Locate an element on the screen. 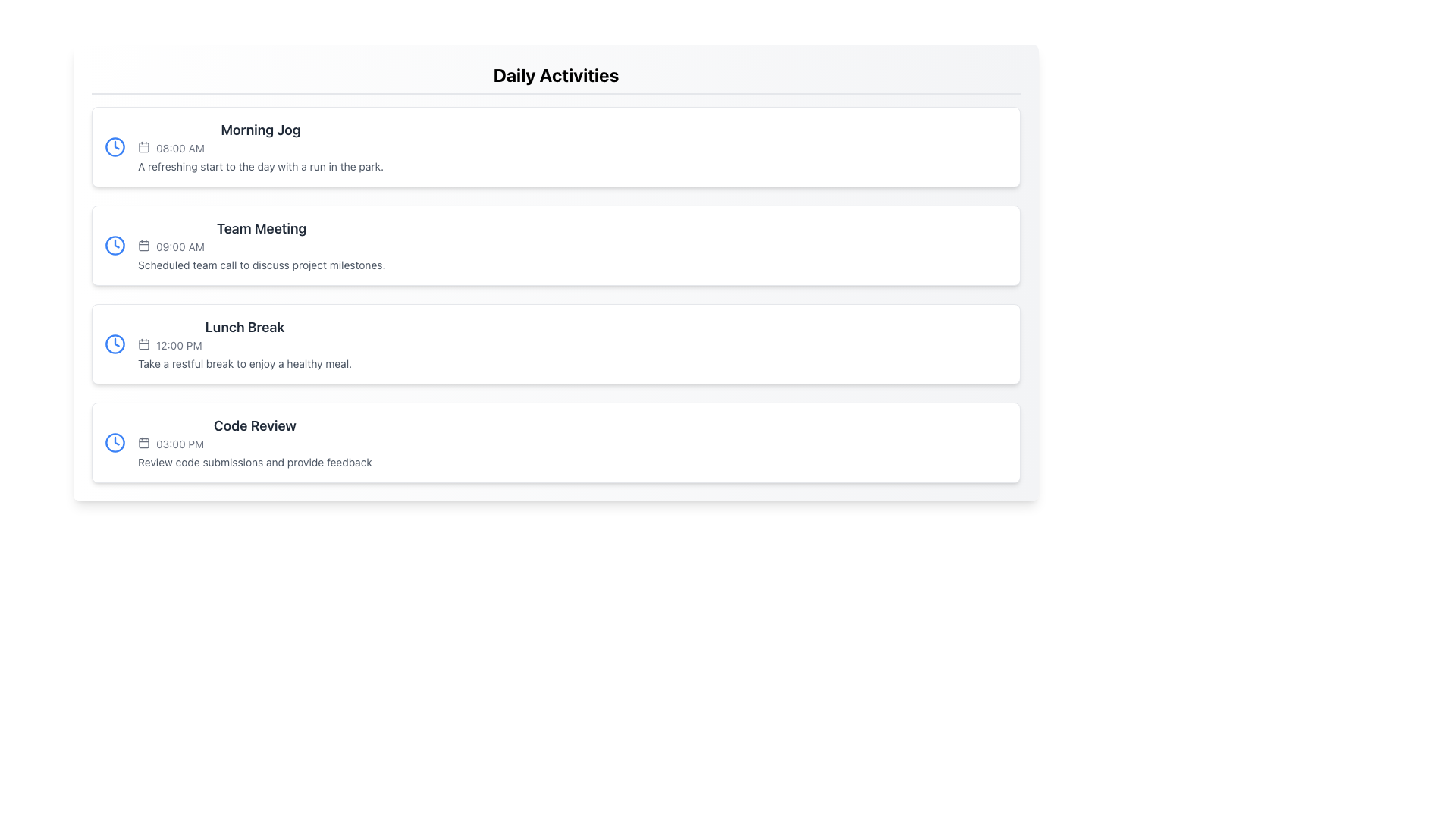 Image resolution: width=1456 pixels, height=819 pixels. the decorative circular component located inside the clock icon of the 'Code Review' entry in the 'Daily Activities' list is located at coordinates (115, 442).